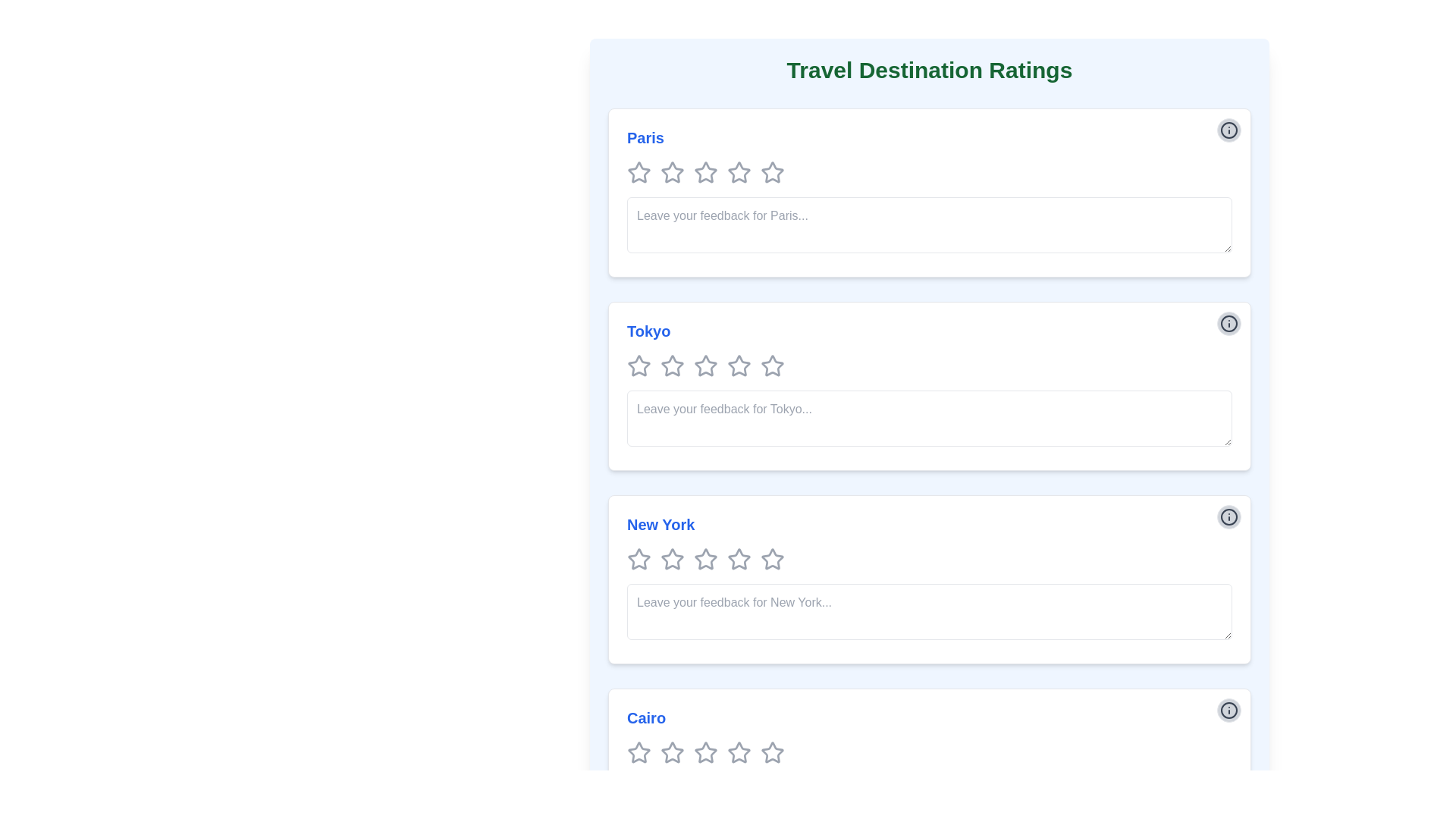  I want to click on the circular Informational button with a gray background located at the top-right corner of the 'Paris' card, so click(1229, 130).